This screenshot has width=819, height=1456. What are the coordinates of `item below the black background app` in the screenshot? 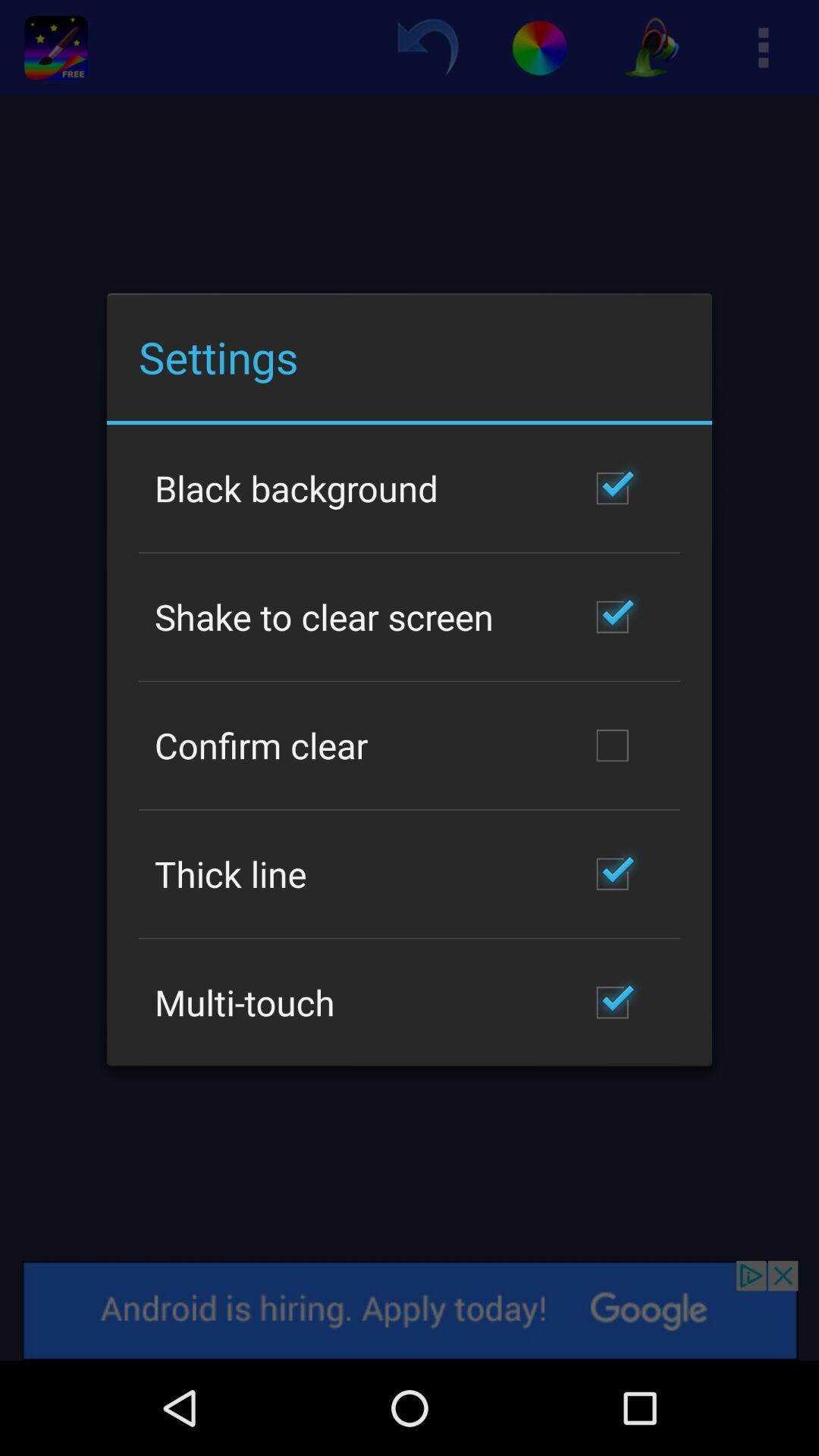 It's located at (323, 617).